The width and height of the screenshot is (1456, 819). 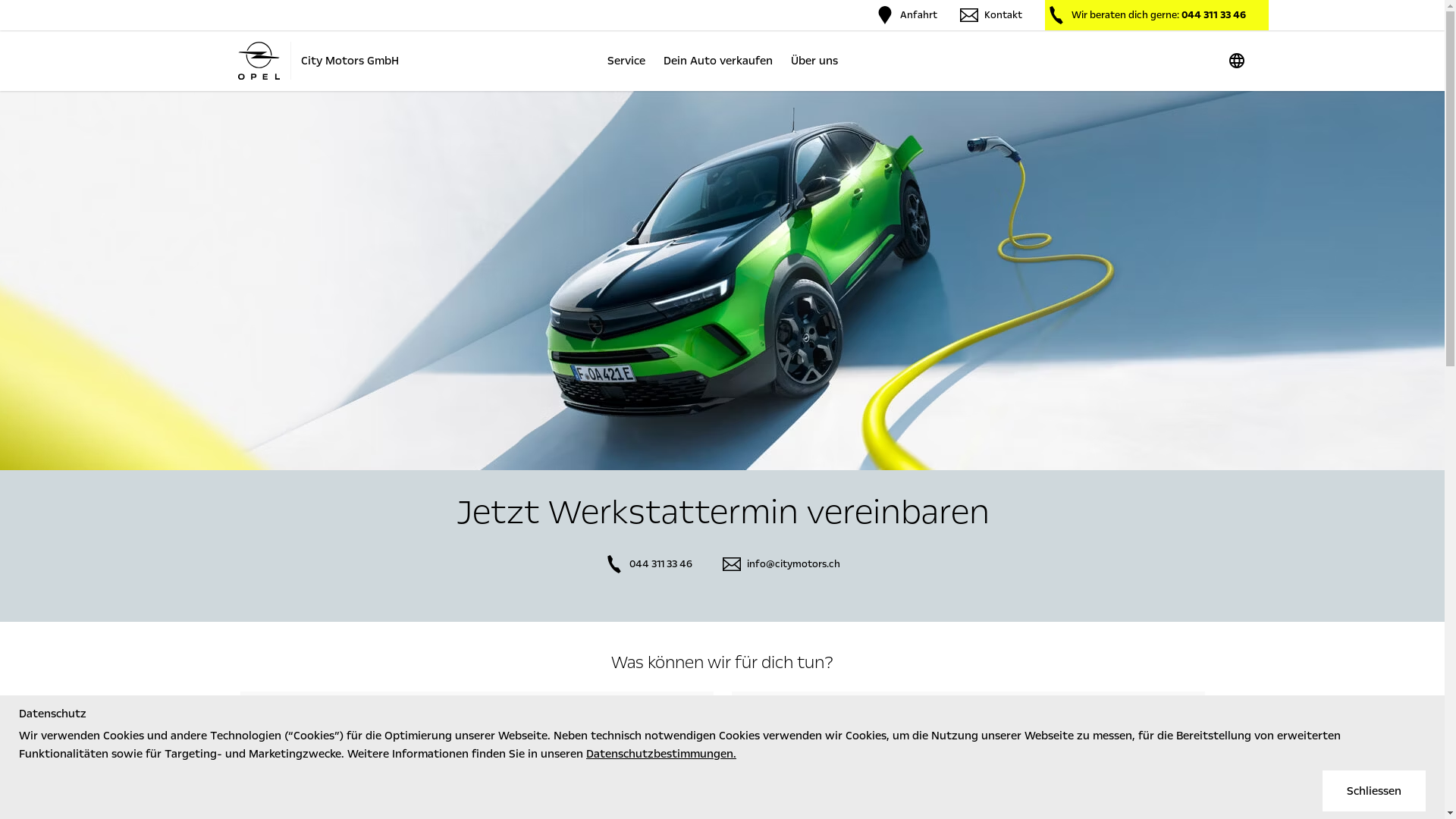 I want to click on 'Dein Auto verkaufen', so click(x=716, y=60).